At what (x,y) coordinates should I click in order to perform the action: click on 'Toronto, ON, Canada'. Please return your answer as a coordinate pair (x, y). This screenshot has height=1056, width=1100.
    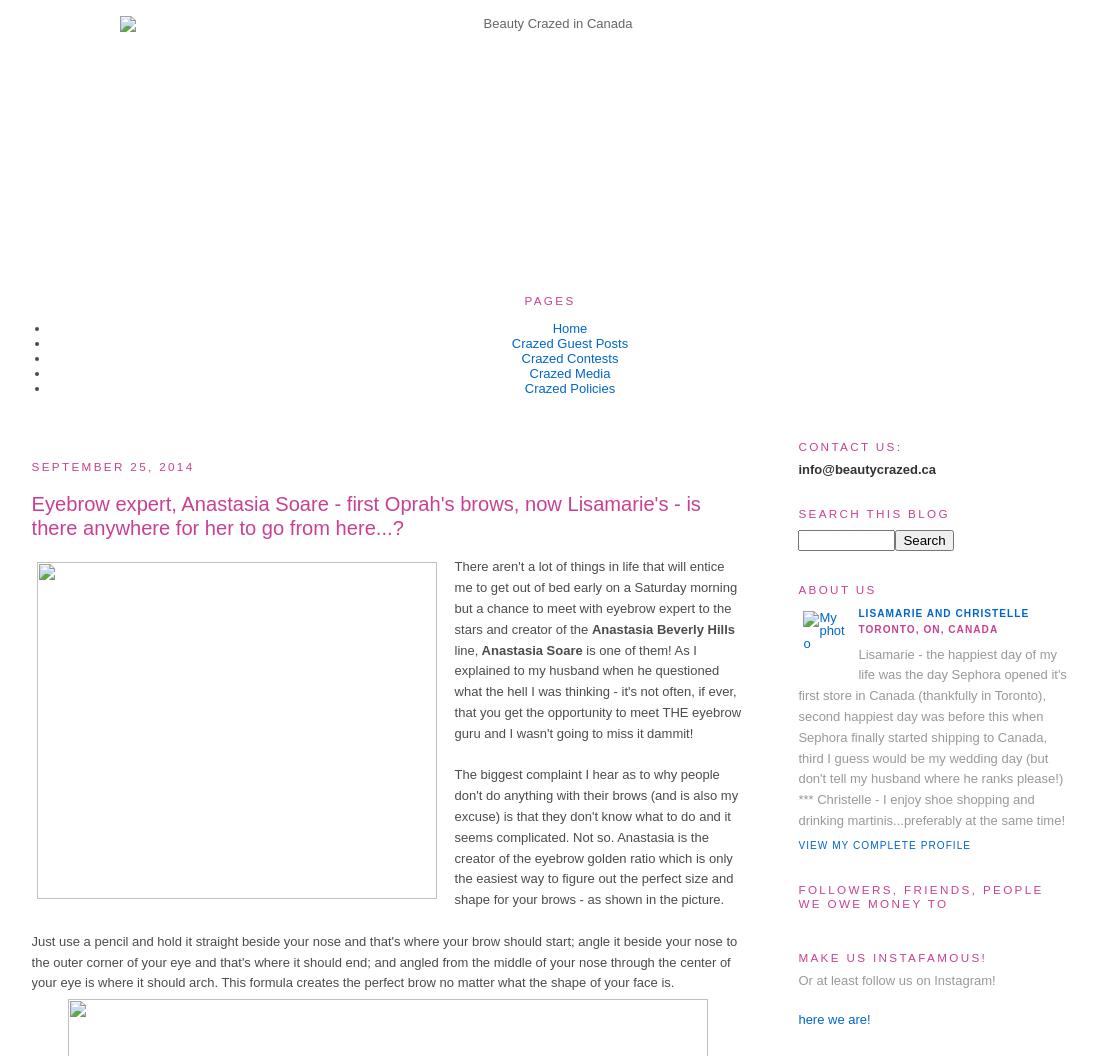
    Looking at the image, I should click on (927, 627).